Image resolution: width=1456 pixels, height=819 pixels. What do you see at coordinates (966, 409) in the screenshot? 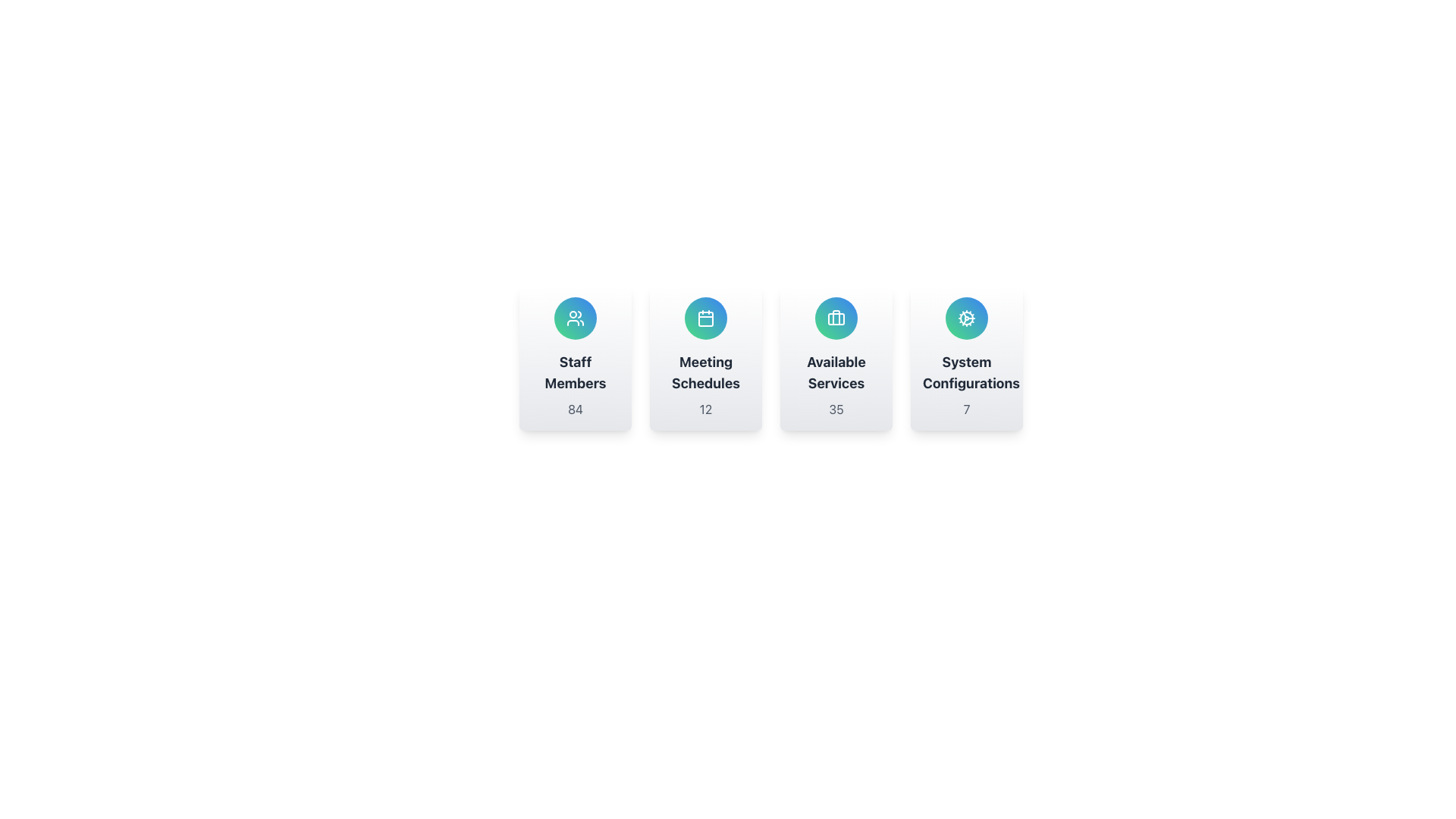
I see `the numerical character '7' displayed in gray font at the bottom of the 'System Configurations' card` at bounding box center [966, 409].